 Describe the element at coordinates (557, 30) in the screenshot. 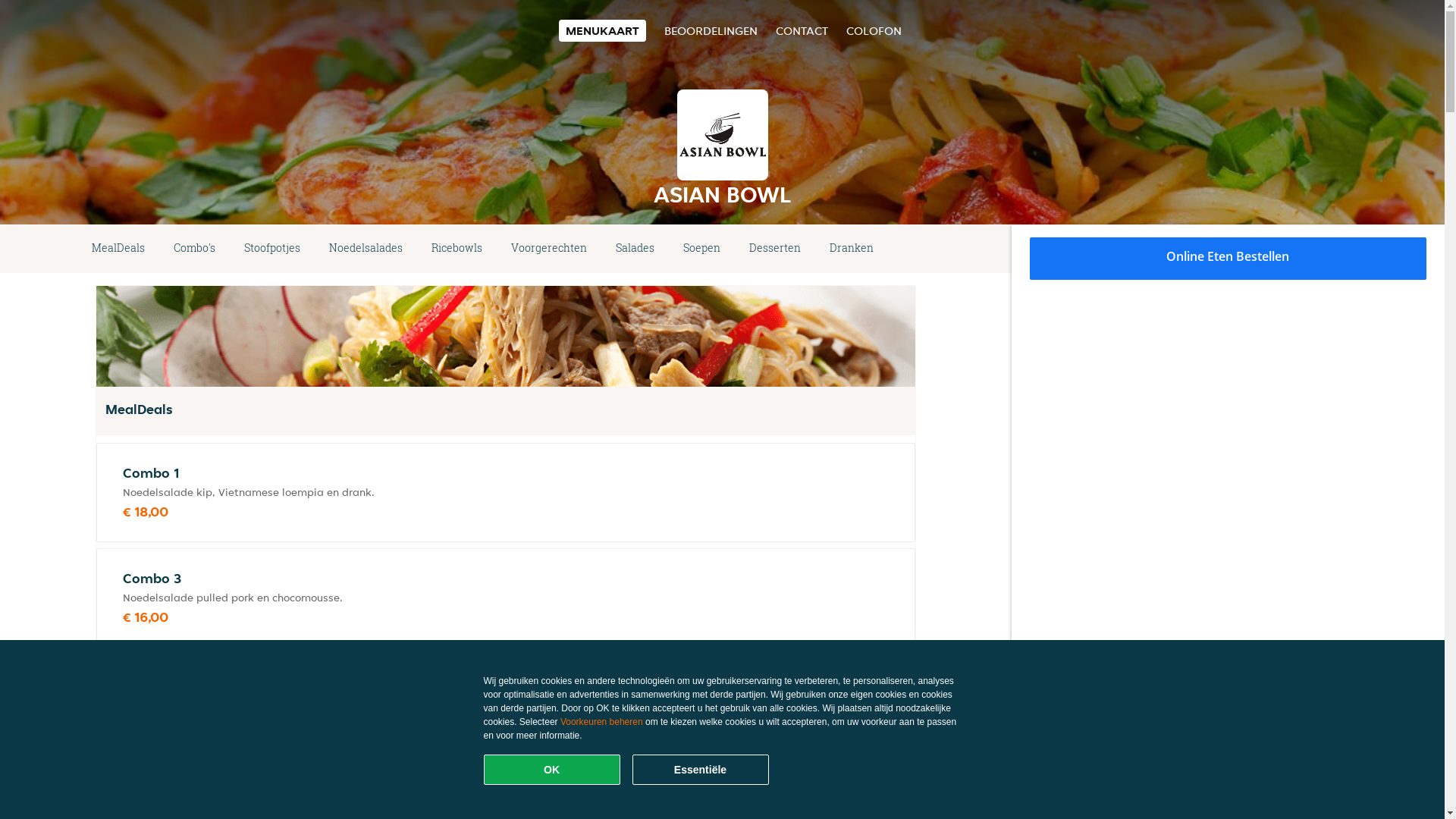

I see `'MENUKAART'` at that location.